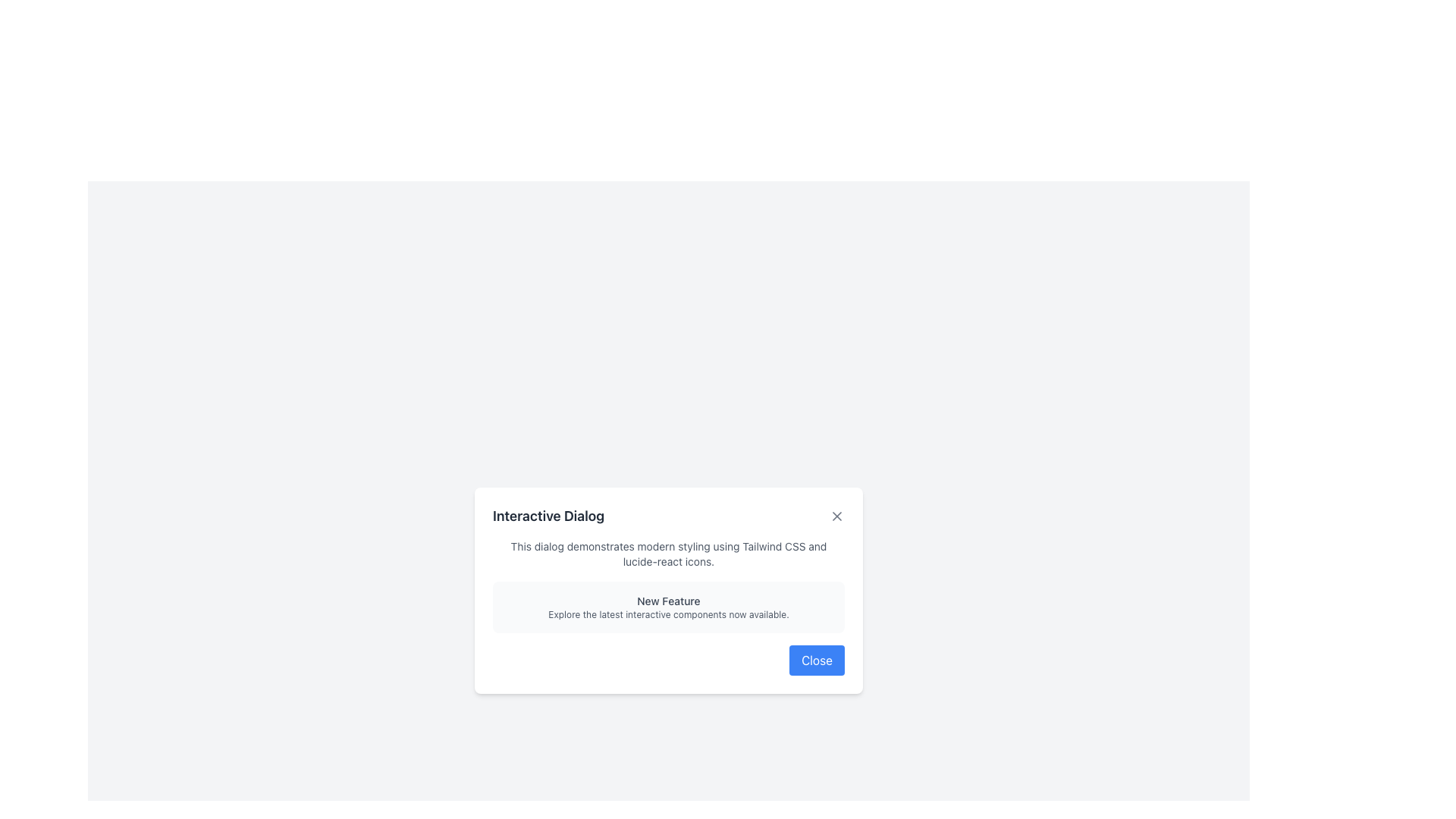 The image size is (1456, 819). What do you see at coordinates (816, 660) in the screenshot?
I see `the 'Close' button, which is a rectangular button with a blue background and white text located at the bottom-right corner of the modal dialog box` at bounding box center [816, 660].